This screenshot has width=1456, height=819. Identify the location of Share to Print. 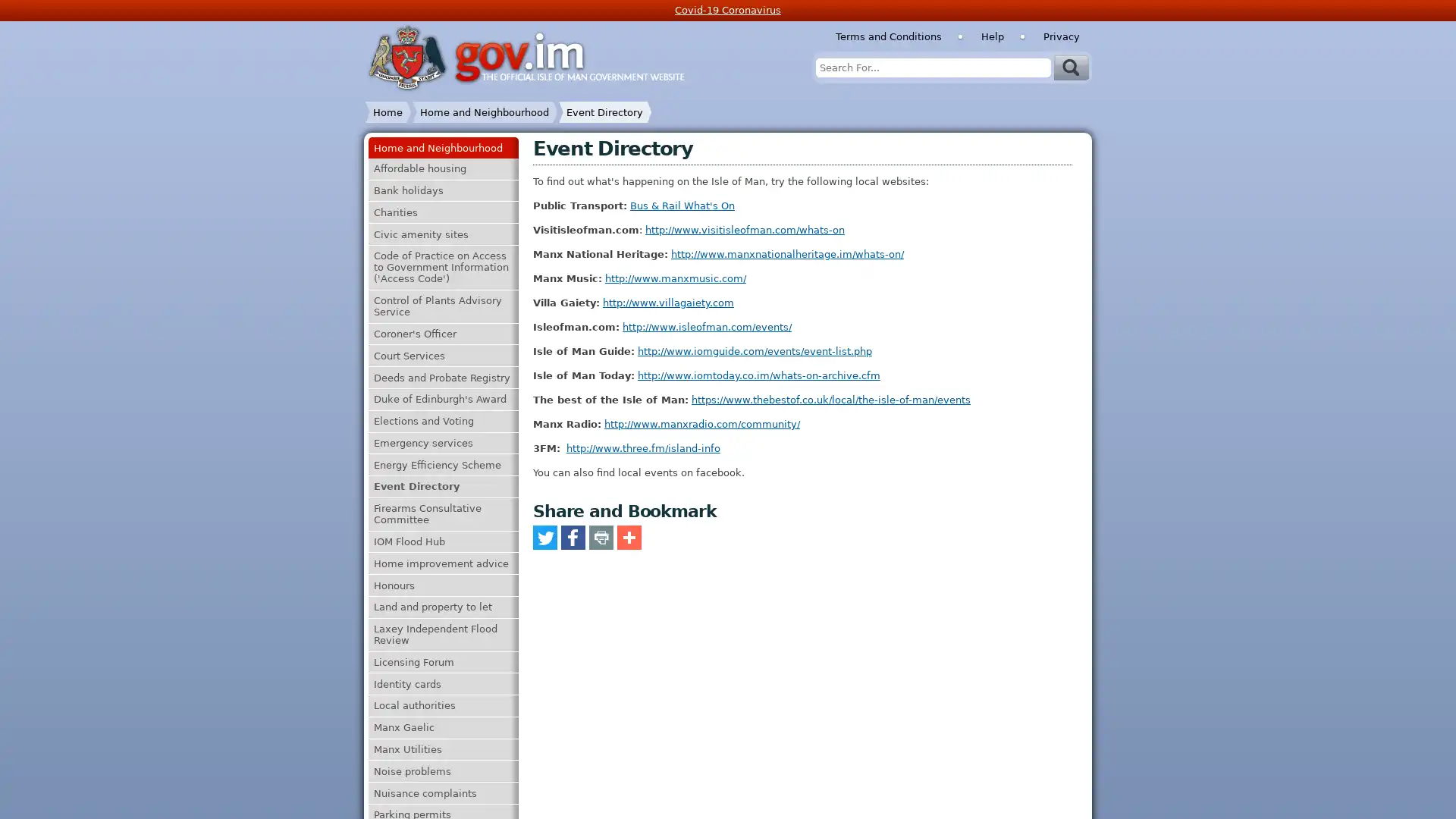
(600, 536).